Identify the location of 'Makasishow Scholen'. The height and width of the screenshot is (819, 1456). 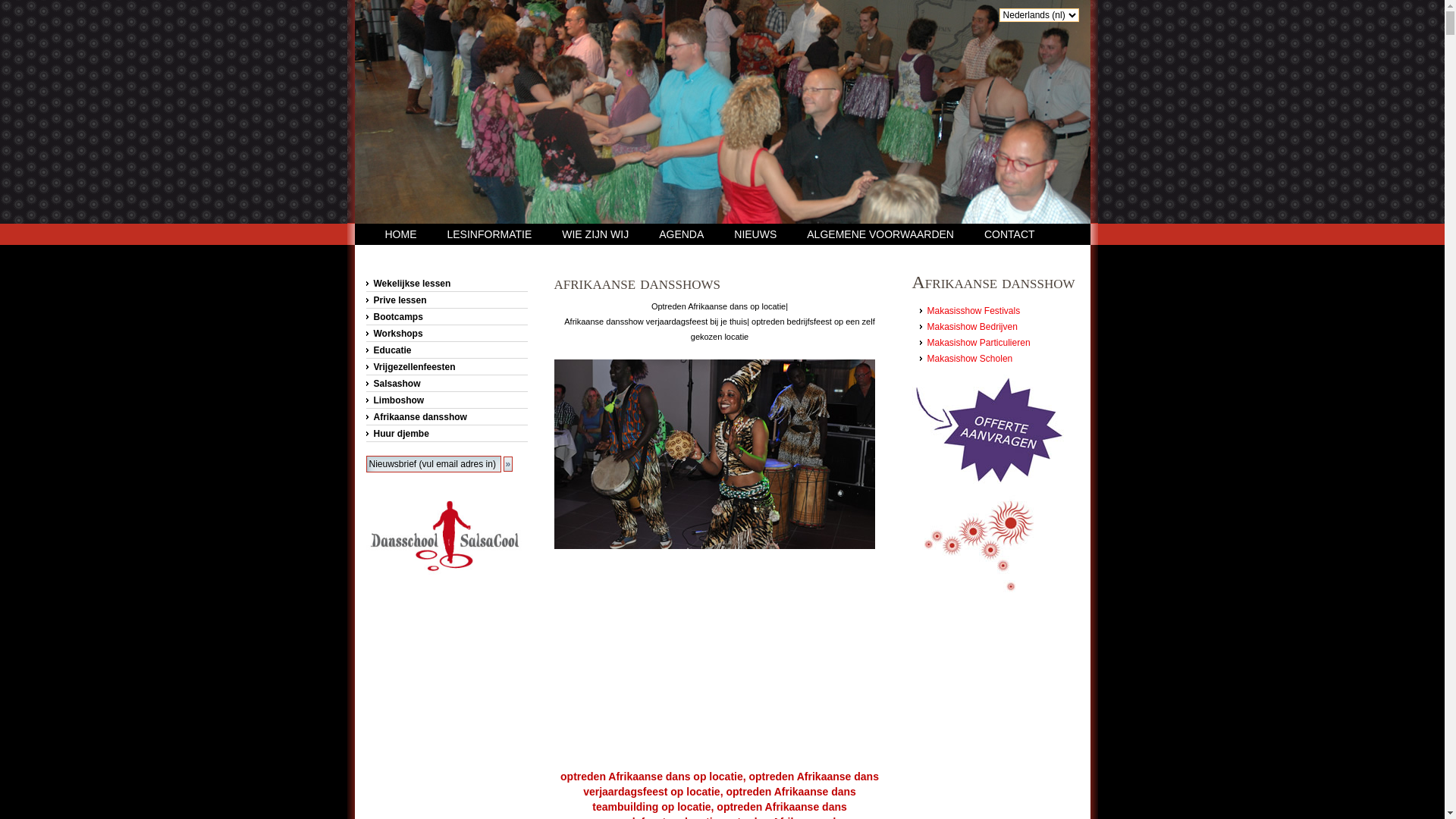
(968, 359).